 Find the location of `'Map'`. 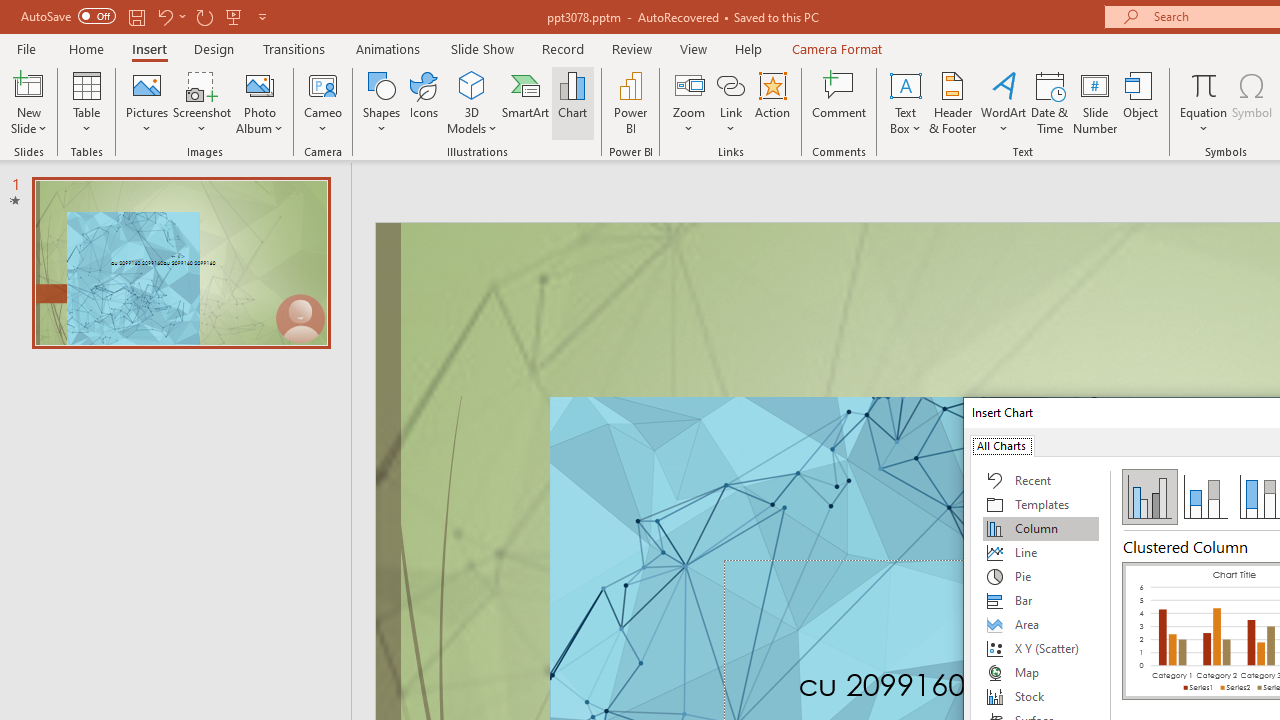

'Map' is located at coordinates (1040, 672).